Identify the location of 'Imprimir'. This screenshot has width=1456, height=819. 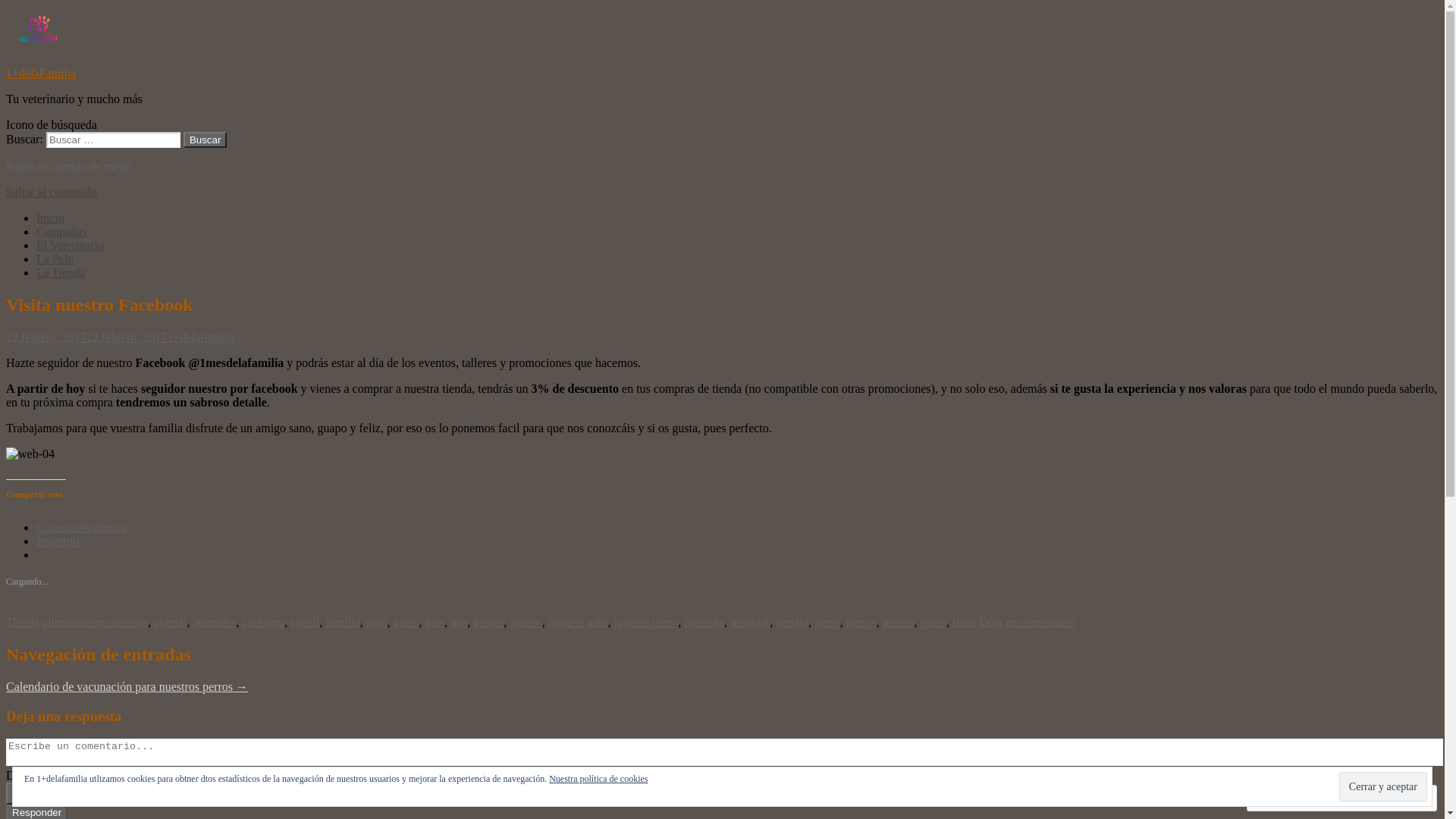
(58, 540).